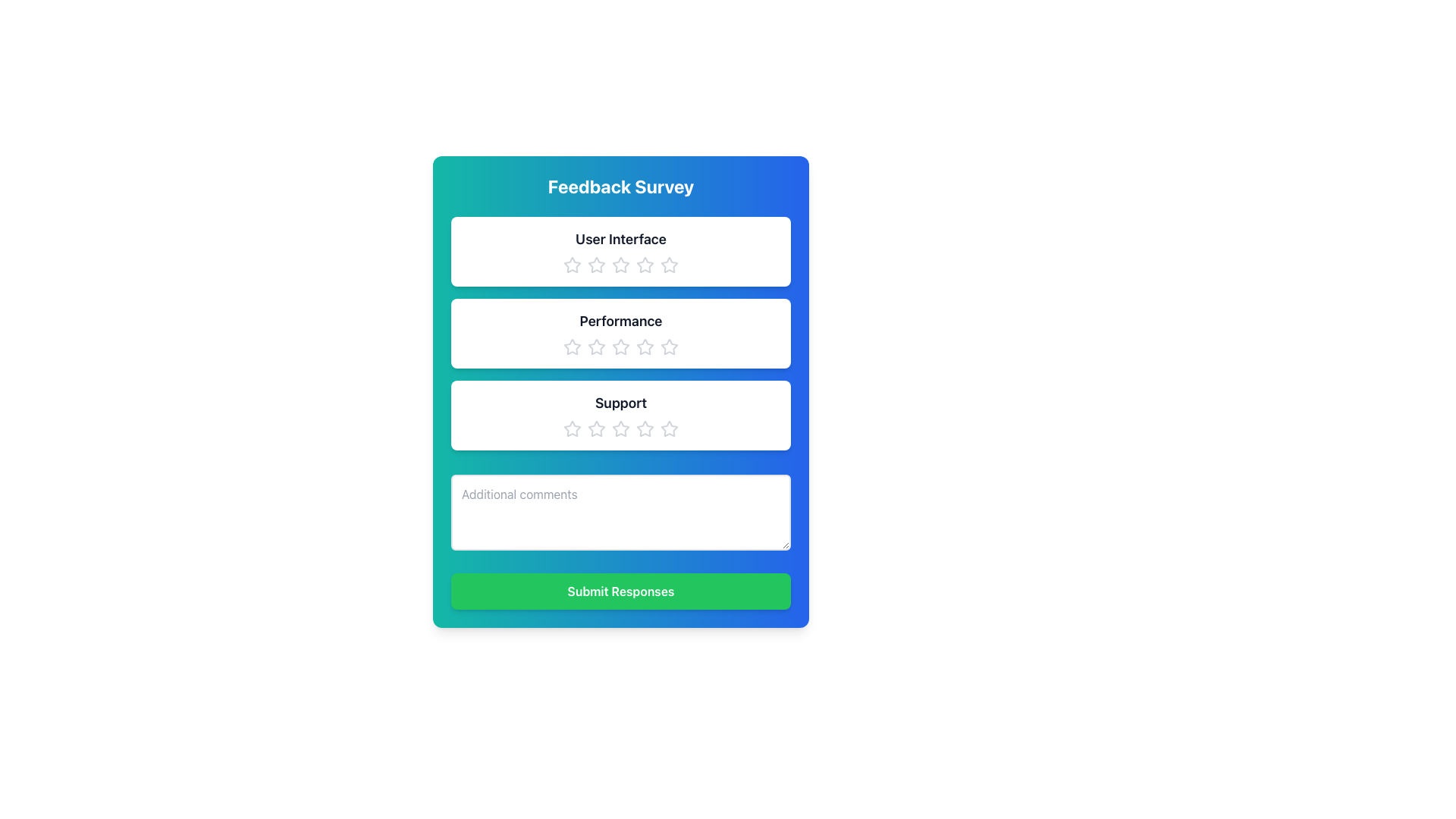 Image resolution: width=1456 pixels, height=819 pixels. I want to click on the first star in the Support rating section of the feedback survey, so click(571, 428).